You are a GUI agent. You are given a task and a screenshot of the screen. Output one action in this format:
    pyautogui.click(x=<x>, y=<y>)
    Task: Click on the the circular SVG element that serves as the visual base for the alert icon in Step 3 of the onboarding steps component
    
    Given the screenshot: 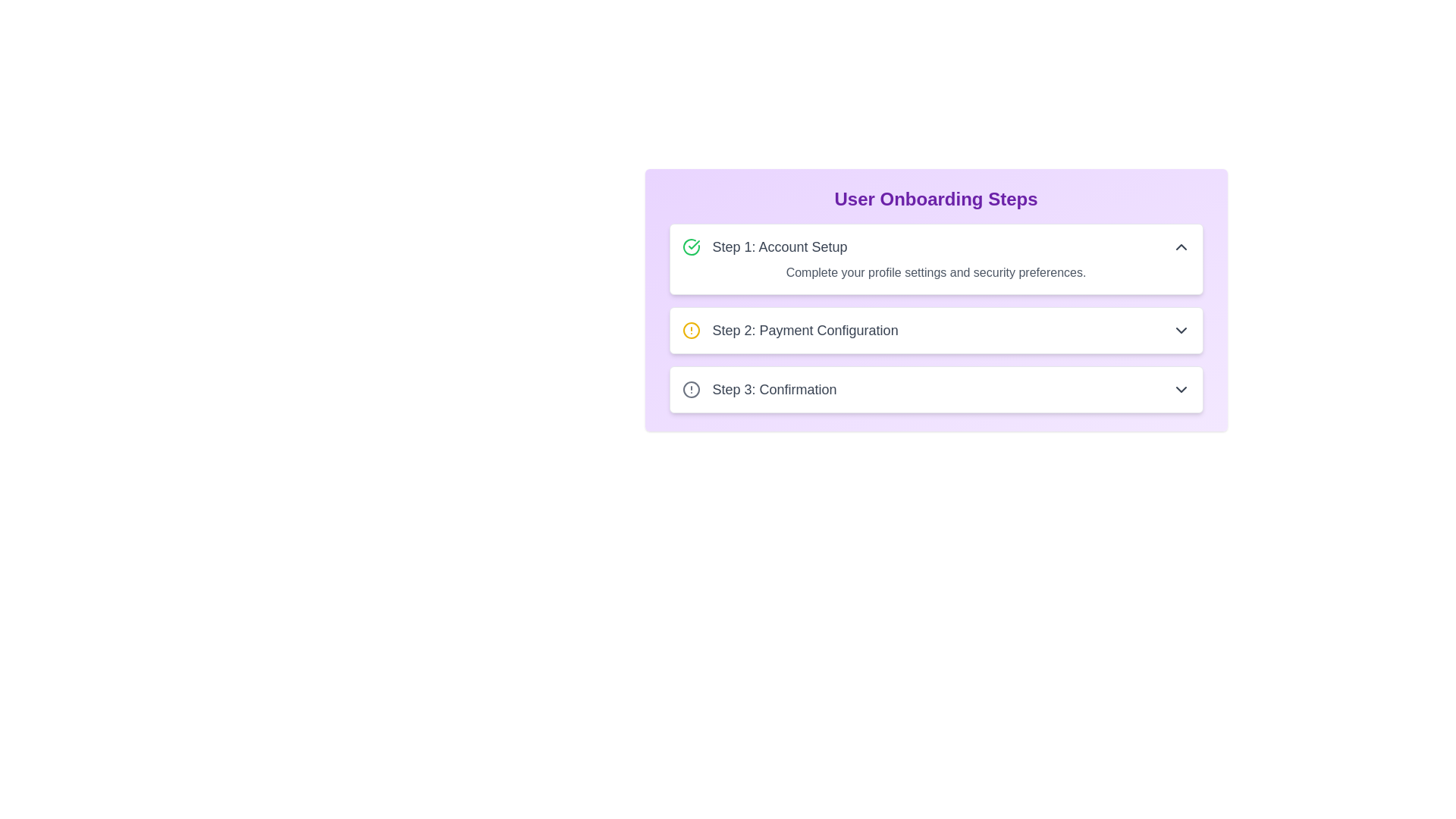 What is the action you would take?
    pyautogui.click(x=690, y=388)
    